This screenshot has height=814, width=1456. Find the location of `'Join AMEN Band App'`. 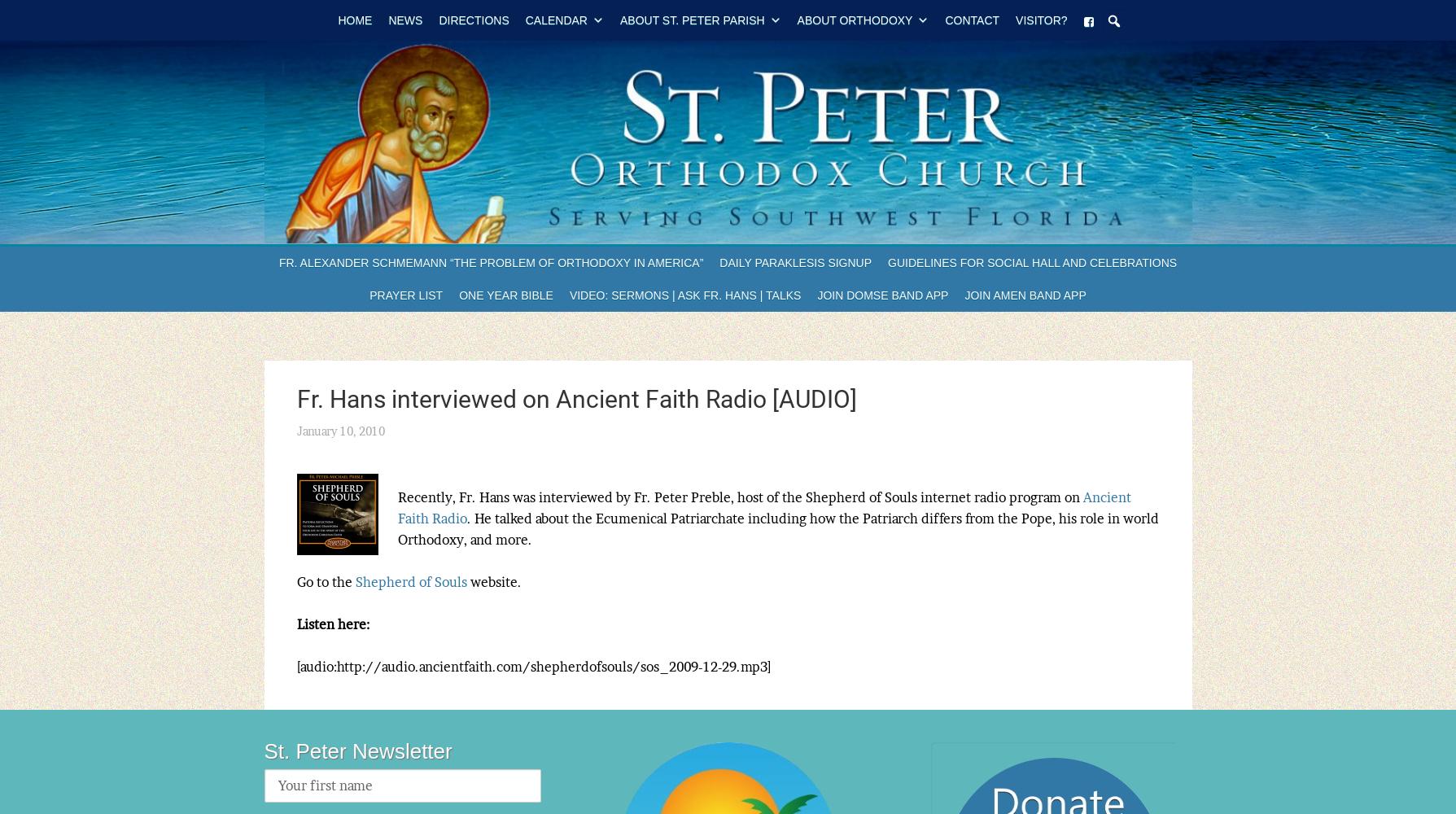

'Join AMEN Band App' is located at coordinates (1025, 295).